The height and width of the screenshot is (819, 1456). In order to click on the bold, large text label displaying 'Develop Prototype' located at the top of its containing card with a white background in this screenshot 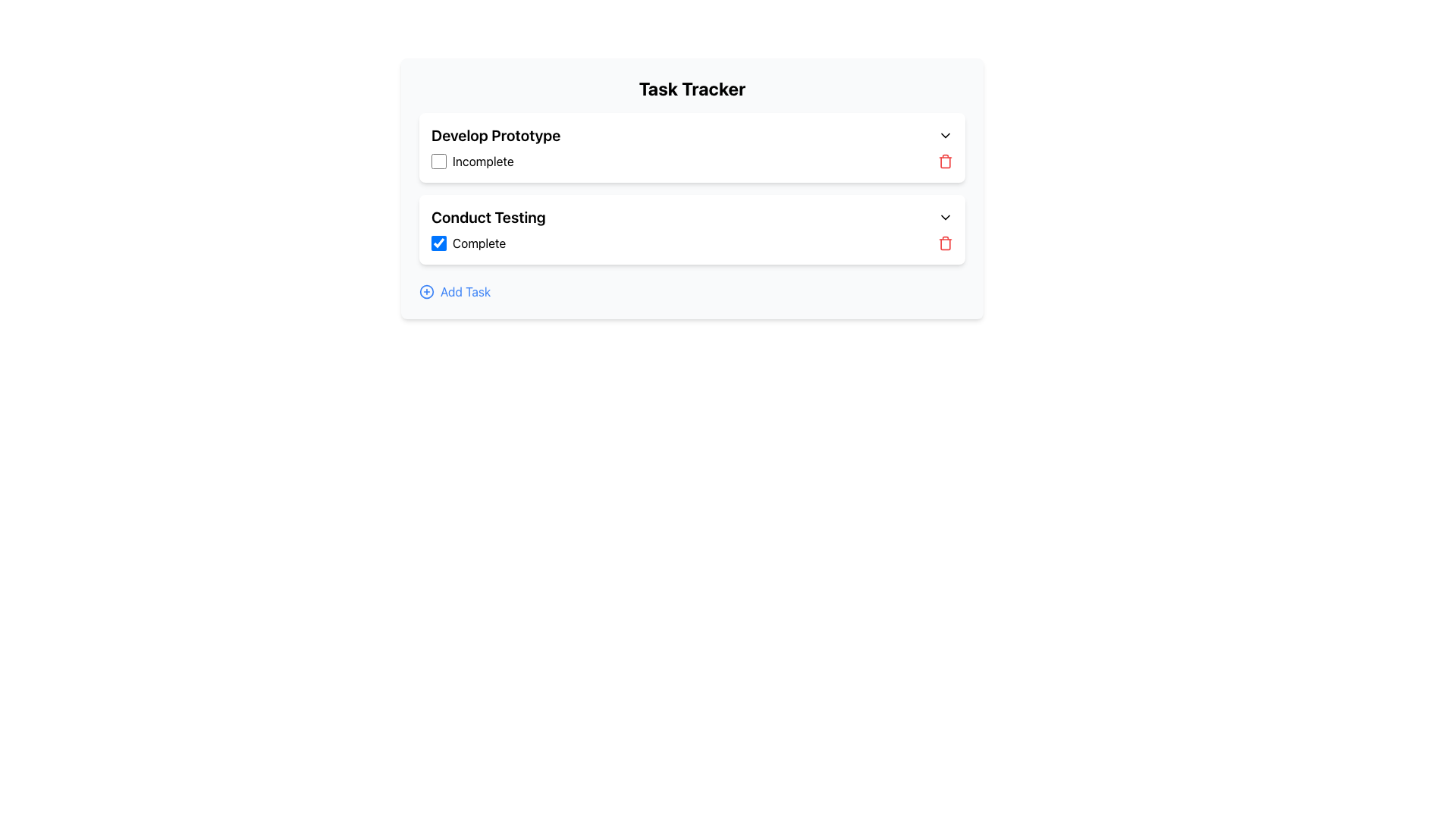, I will do `click(496, 134)`.